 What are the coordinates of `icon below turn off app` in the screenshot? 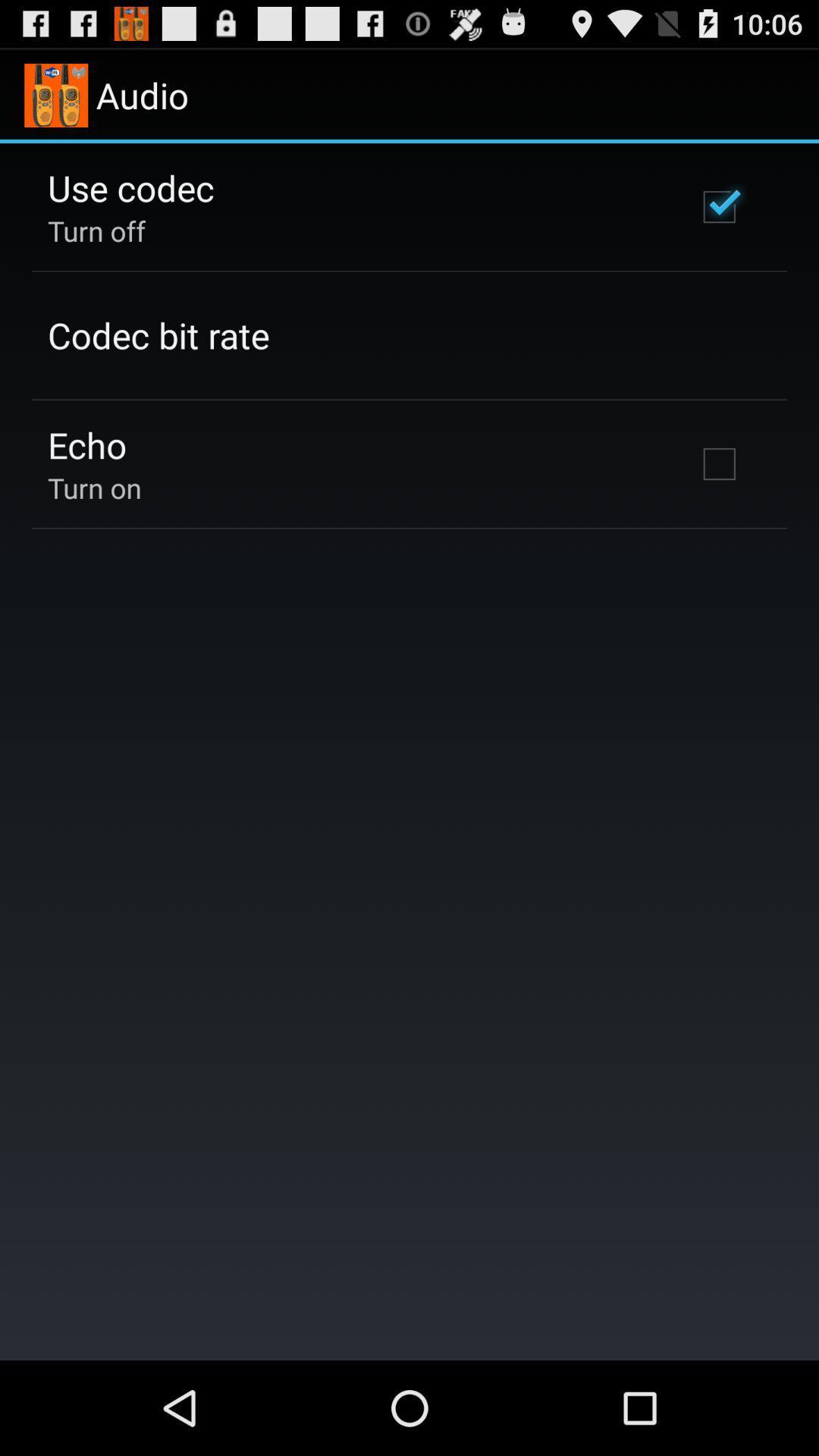 It's located at (158, 334).